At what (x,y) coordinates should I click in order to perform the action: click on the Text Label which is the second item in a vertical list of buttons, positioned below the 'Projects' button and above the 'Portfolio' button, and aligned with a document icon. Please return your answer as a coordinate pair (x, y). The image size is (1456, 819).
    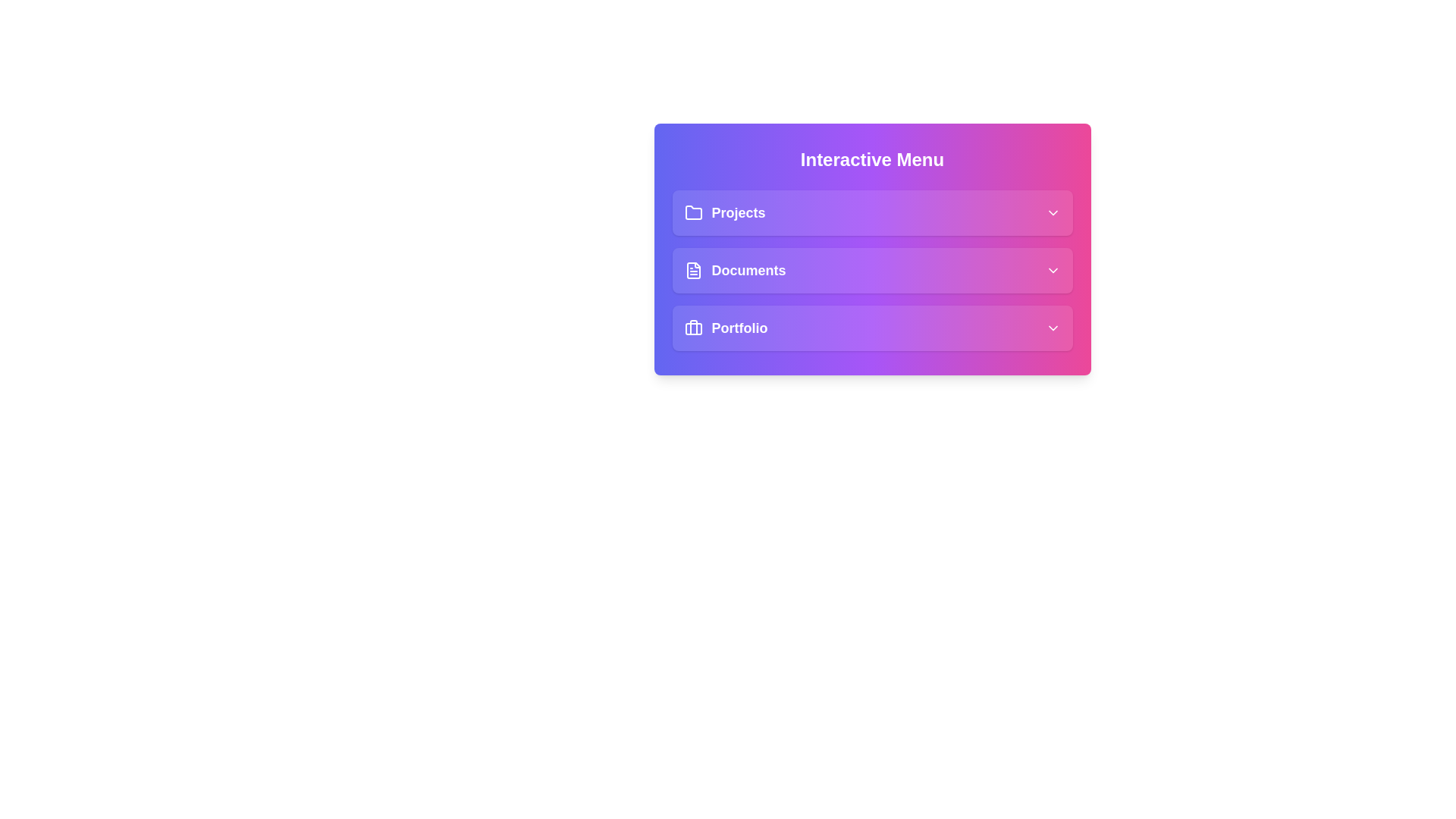
    Looking at the image, I should click on (748, 270).